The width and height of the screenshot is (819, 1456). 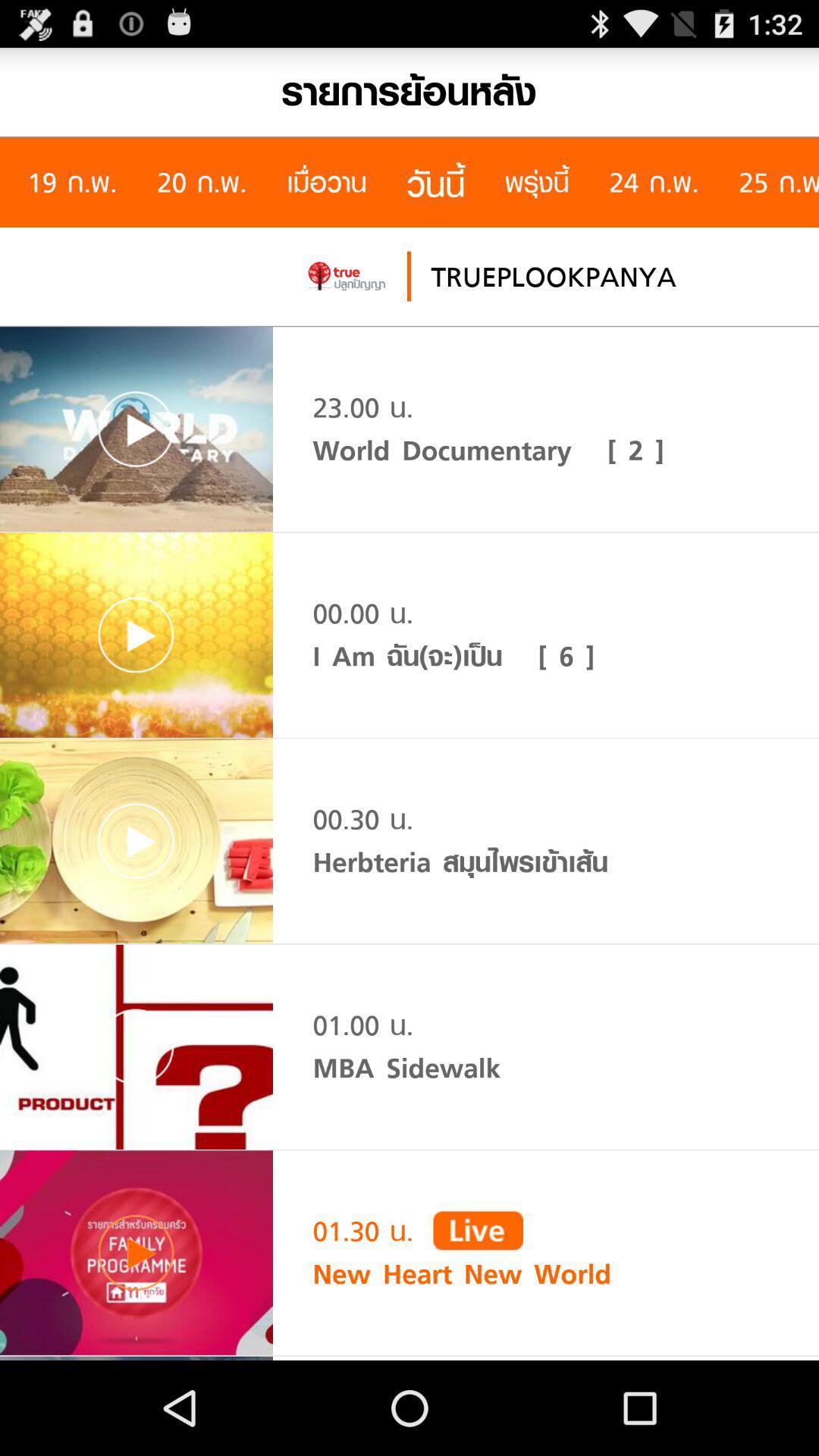 I want to click on mba sidewalk icon, so click(x=406, y=1067).